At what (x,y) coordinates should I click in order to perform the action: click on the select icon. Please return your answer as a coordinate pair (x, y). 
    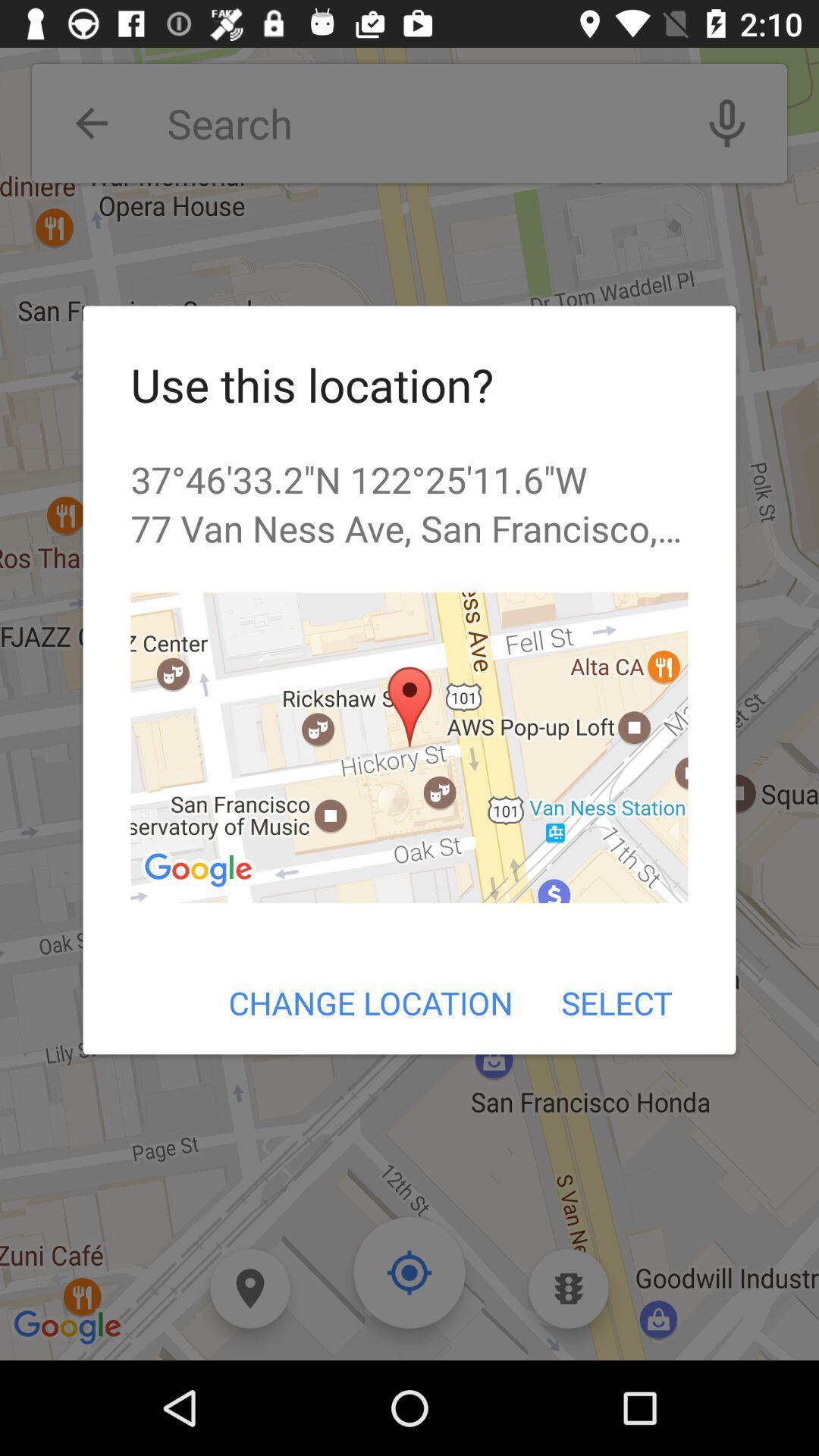
    Looking at the image, I should click on (617, 1003).